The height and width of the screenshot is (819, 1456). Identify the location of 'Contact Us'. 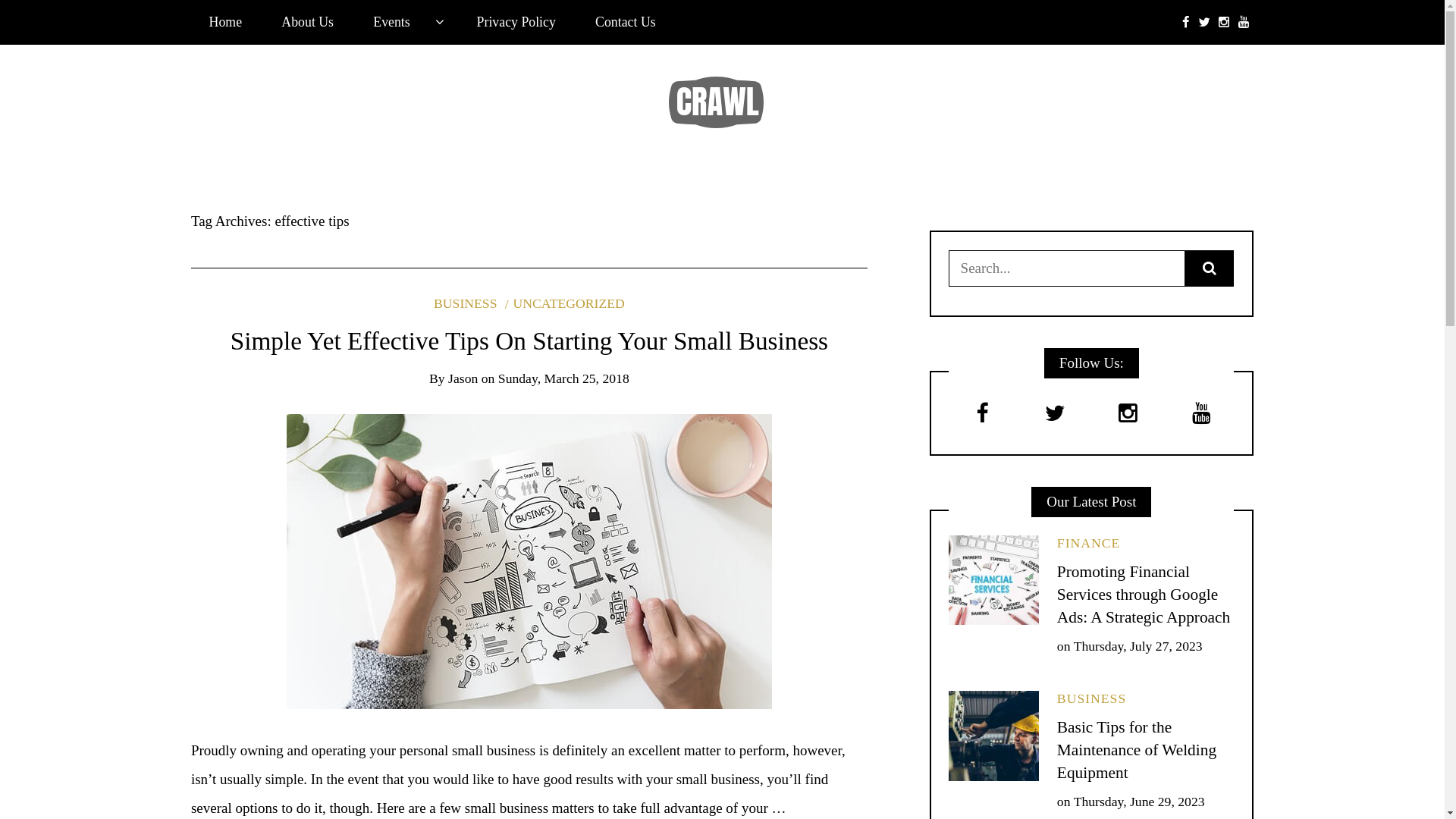
(576, 22).